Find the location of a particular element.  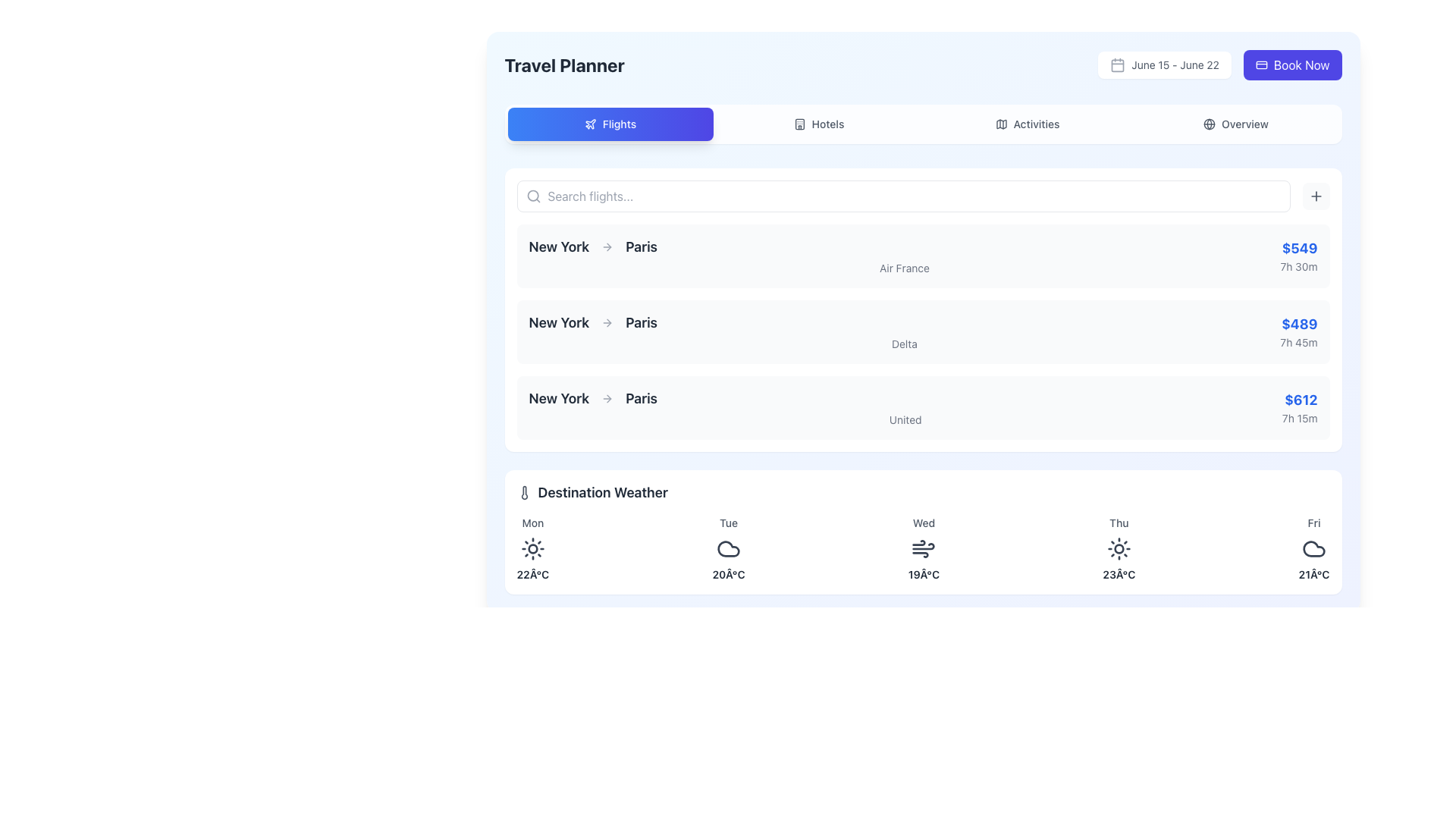

the payment or booking icon located to the left of the 'Book Now' text in the top-right corner of the interface is located at coordinates (1262, 64).